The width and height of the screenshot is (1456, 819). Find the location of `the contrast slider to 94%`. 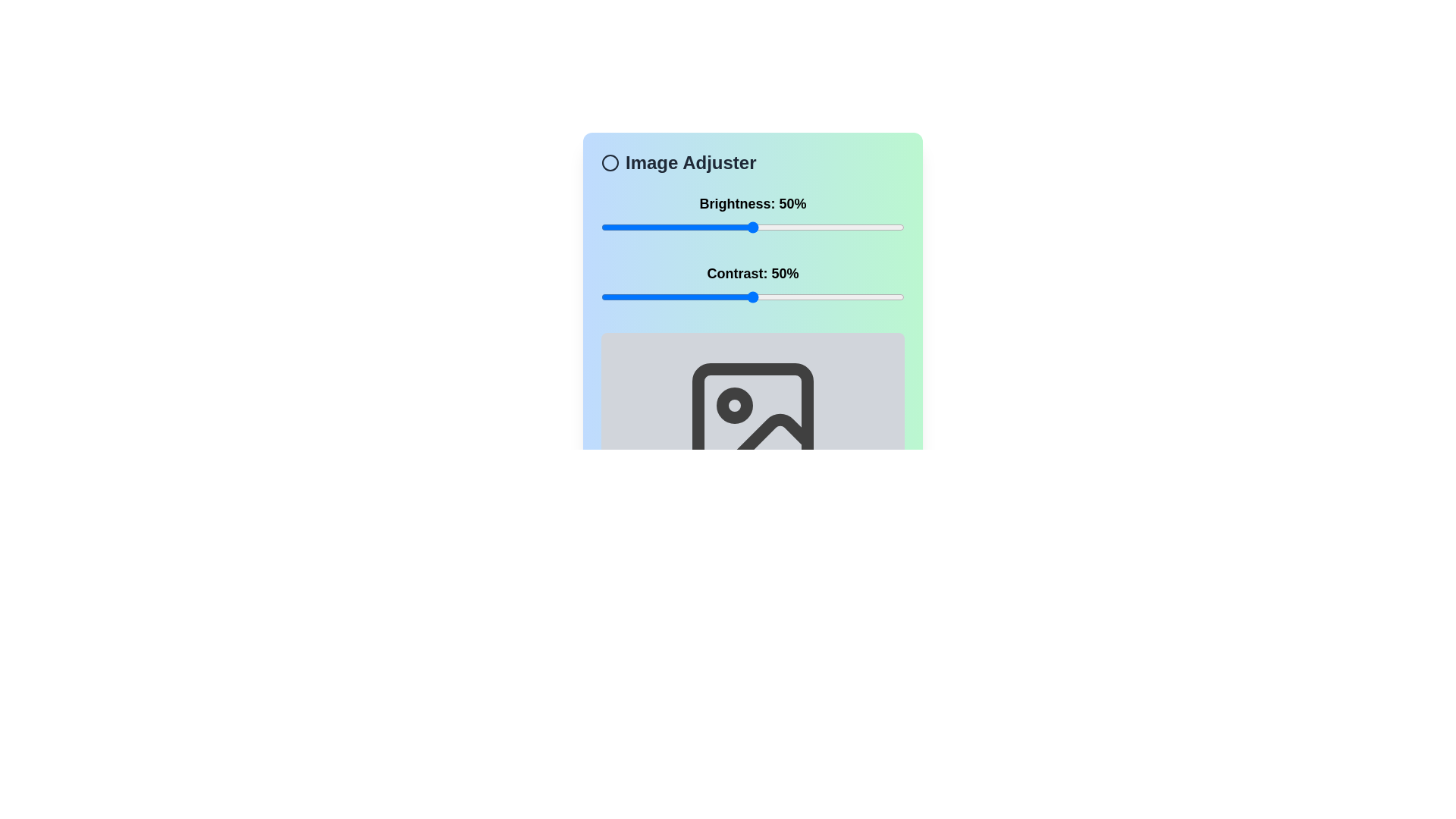

the contrast slider to 94% is located at coordinates (886, 297).